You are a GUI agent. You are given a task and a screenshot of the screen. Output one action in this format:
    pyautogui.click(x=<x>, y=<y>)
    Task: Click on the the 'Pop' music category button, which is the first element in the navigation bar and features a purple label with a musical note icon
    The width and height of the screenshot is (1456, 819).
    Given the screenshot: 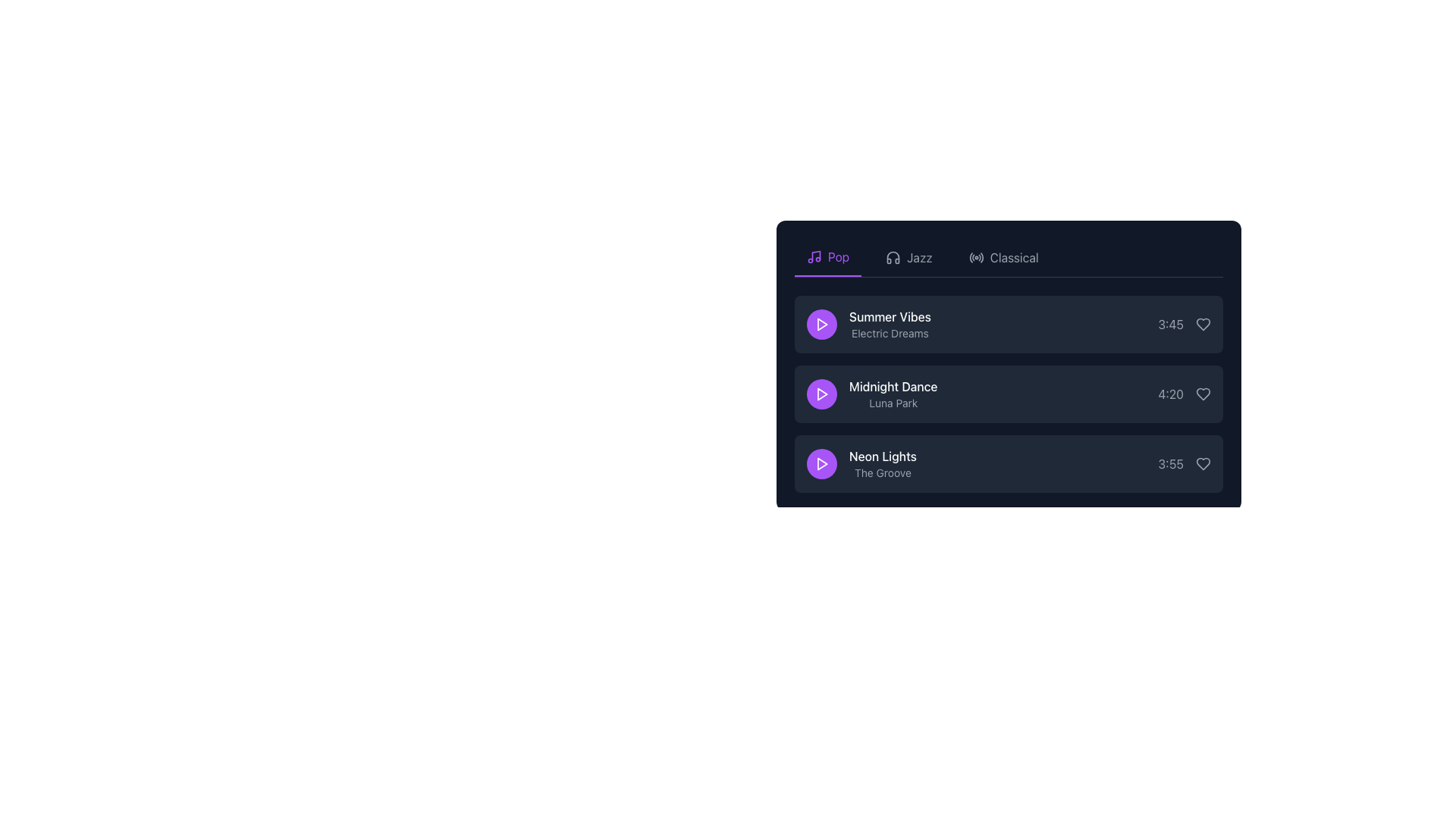 What is the action you would take?
    pyautogui.click(x=827, y=256)
    